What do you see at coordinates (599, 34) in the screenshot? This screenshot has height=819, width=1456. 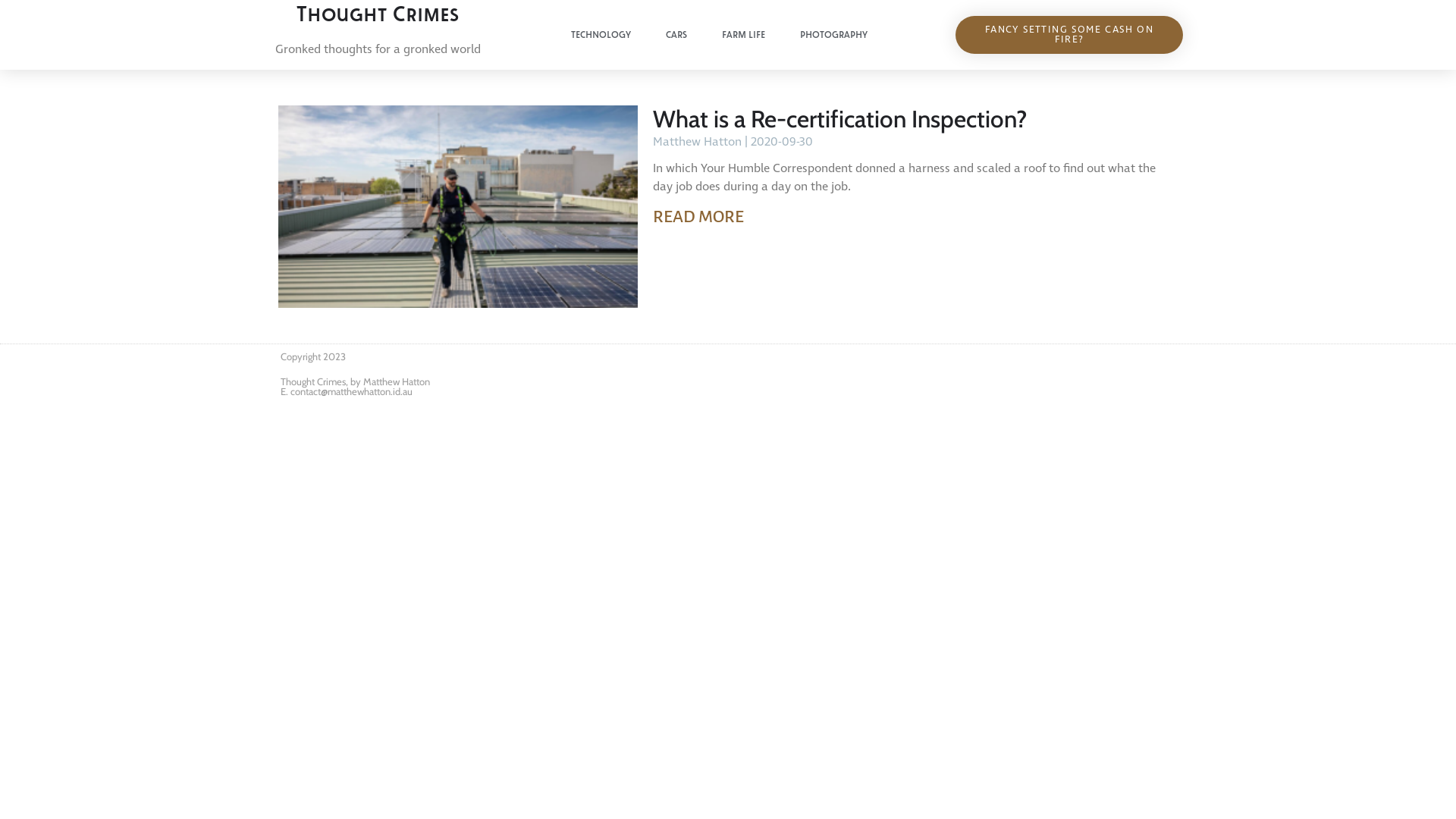 I see `'TECHNOLOGY'` at bounding box center [599, 34].